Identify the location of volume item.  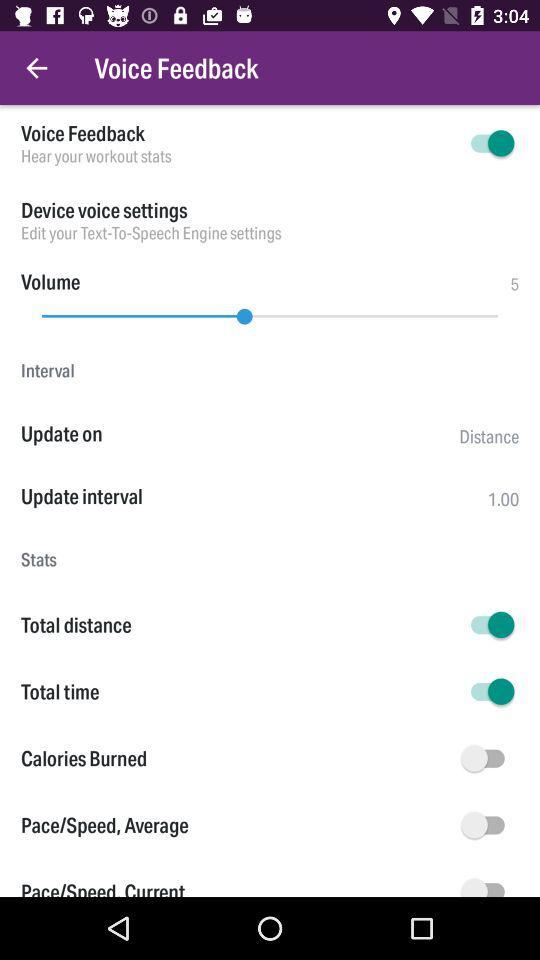
(50, 280).